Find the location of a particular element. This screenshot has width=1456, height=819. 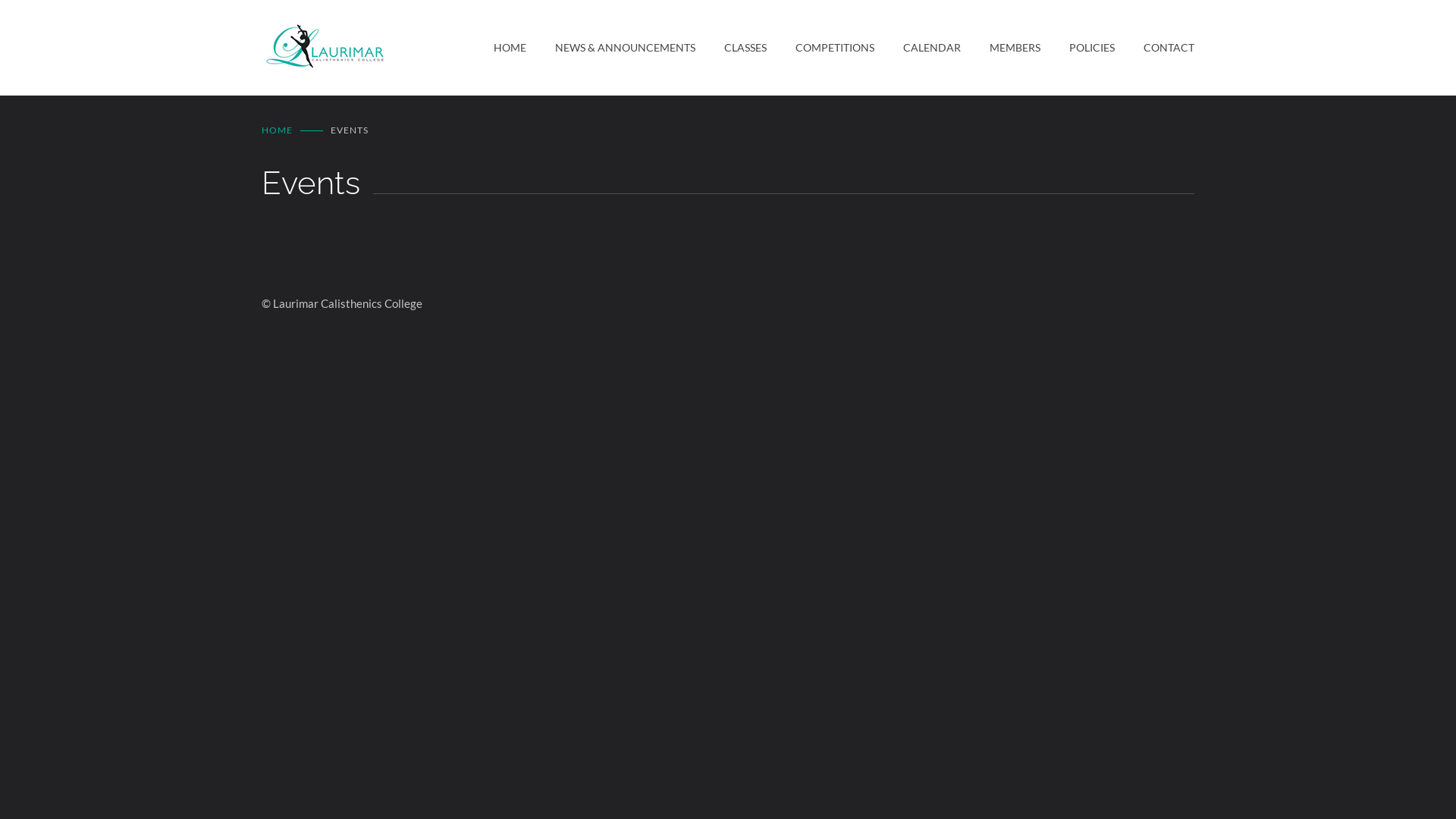

'MEMBERS' is located at coordinates (960, 46).